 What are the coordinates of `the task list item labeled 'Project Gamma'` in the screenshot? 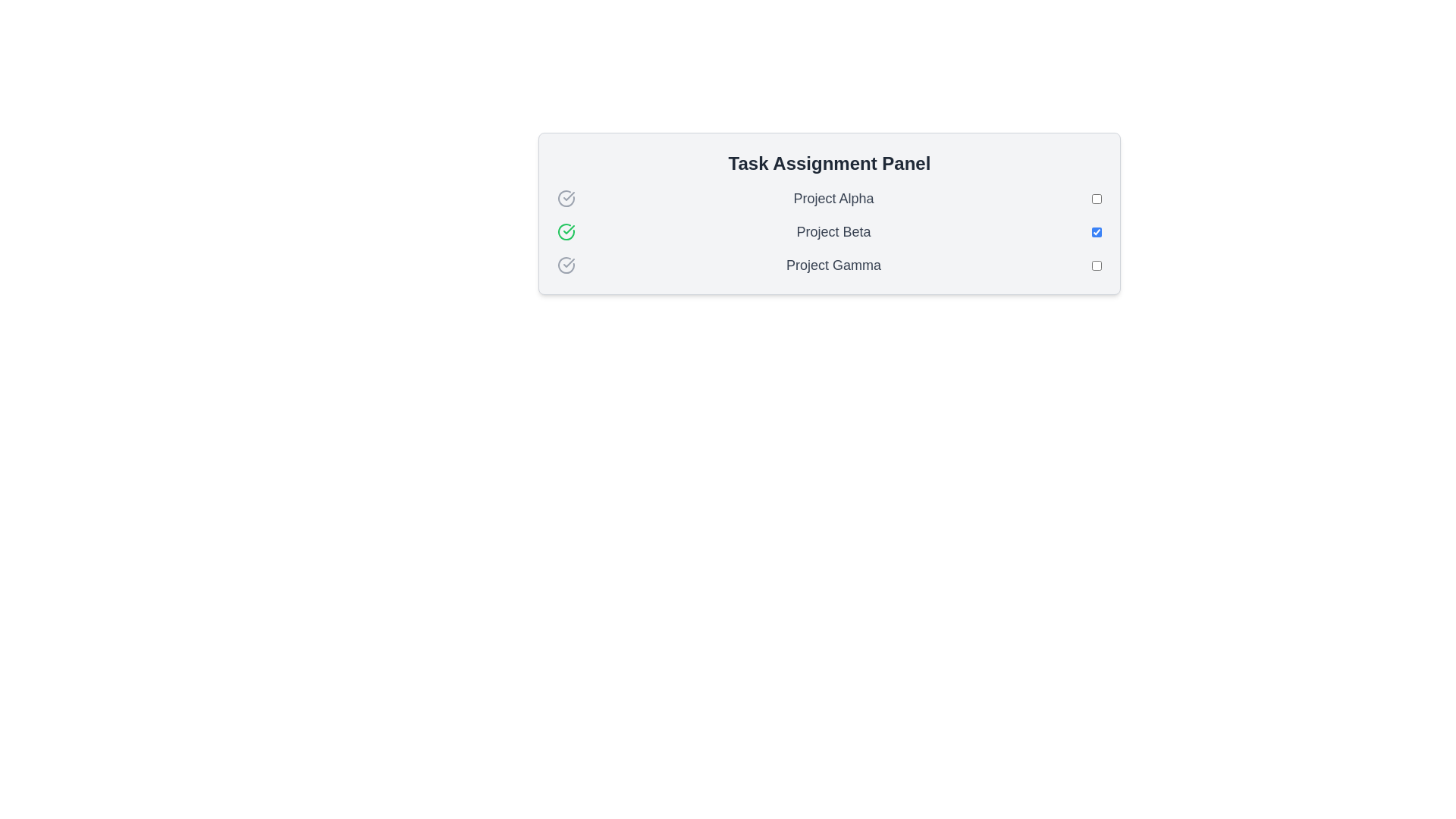 It's located at (829, 265).